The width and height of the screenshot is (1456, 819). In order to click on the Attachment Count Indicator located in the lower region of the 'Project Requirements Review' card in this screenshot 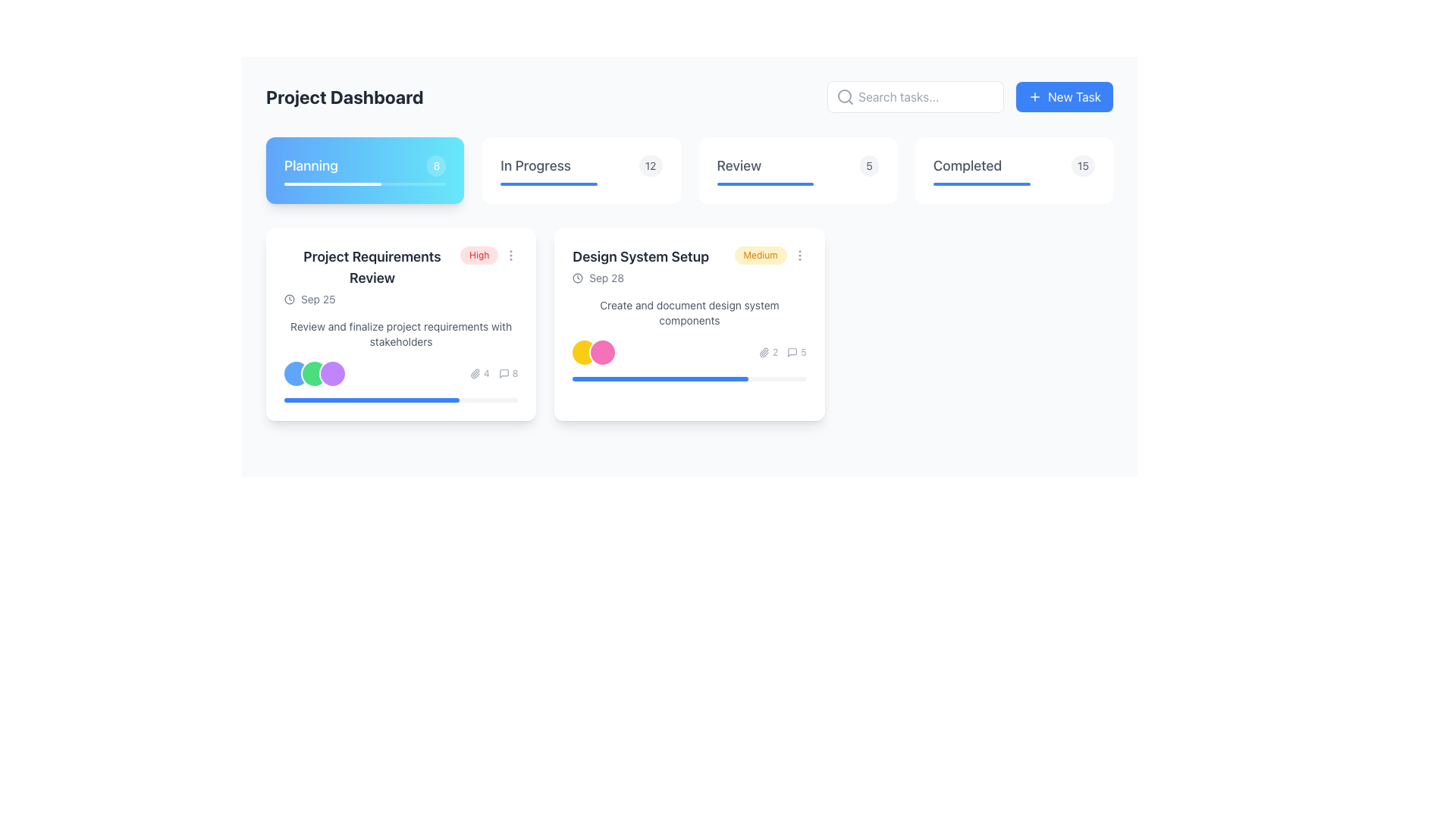, I will do `click(479, 374)`.